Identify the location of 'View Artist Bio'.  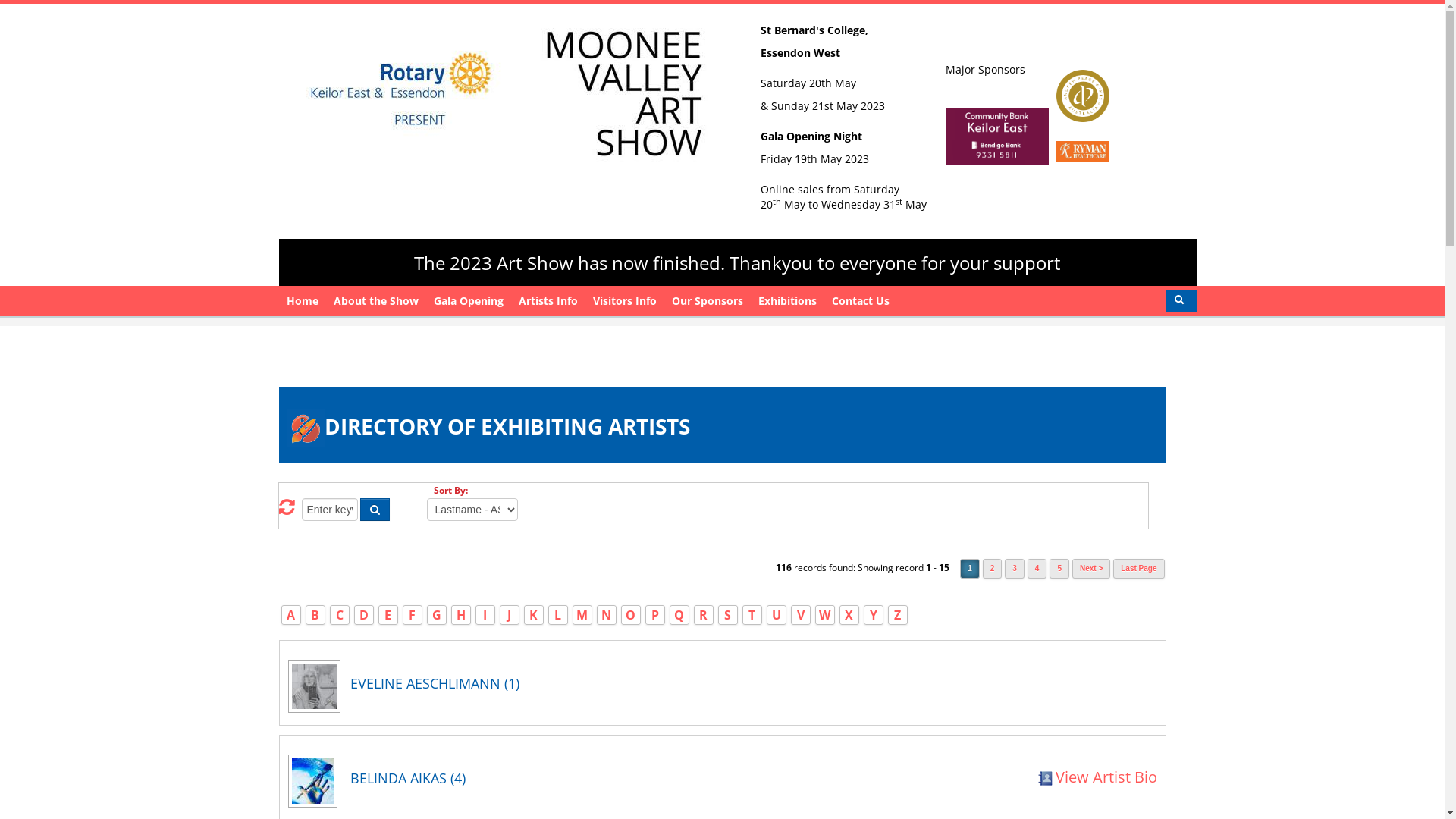
(1096, 777).